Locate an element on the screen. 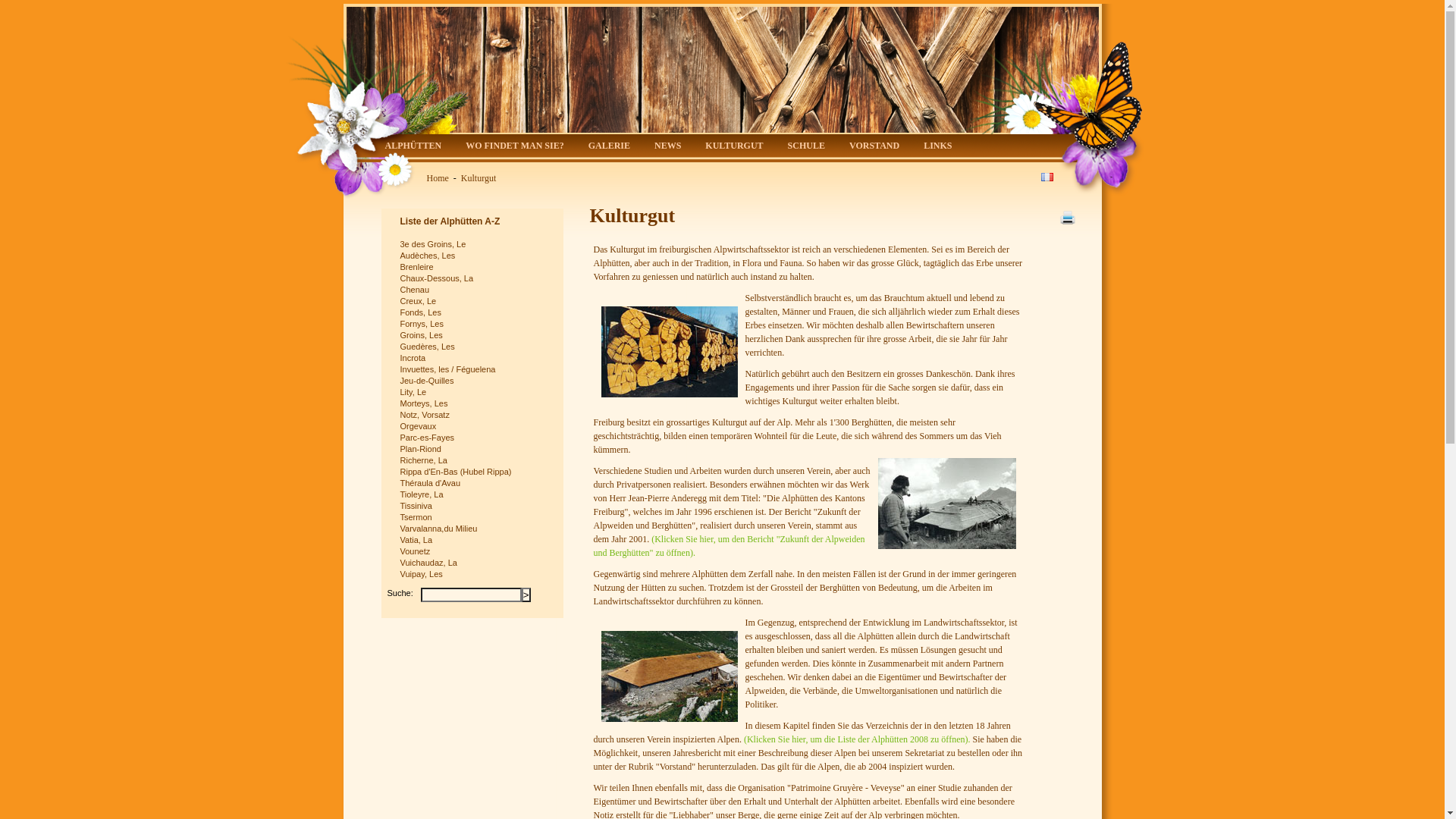  'LINKS' is located at coordinates (937, 146).